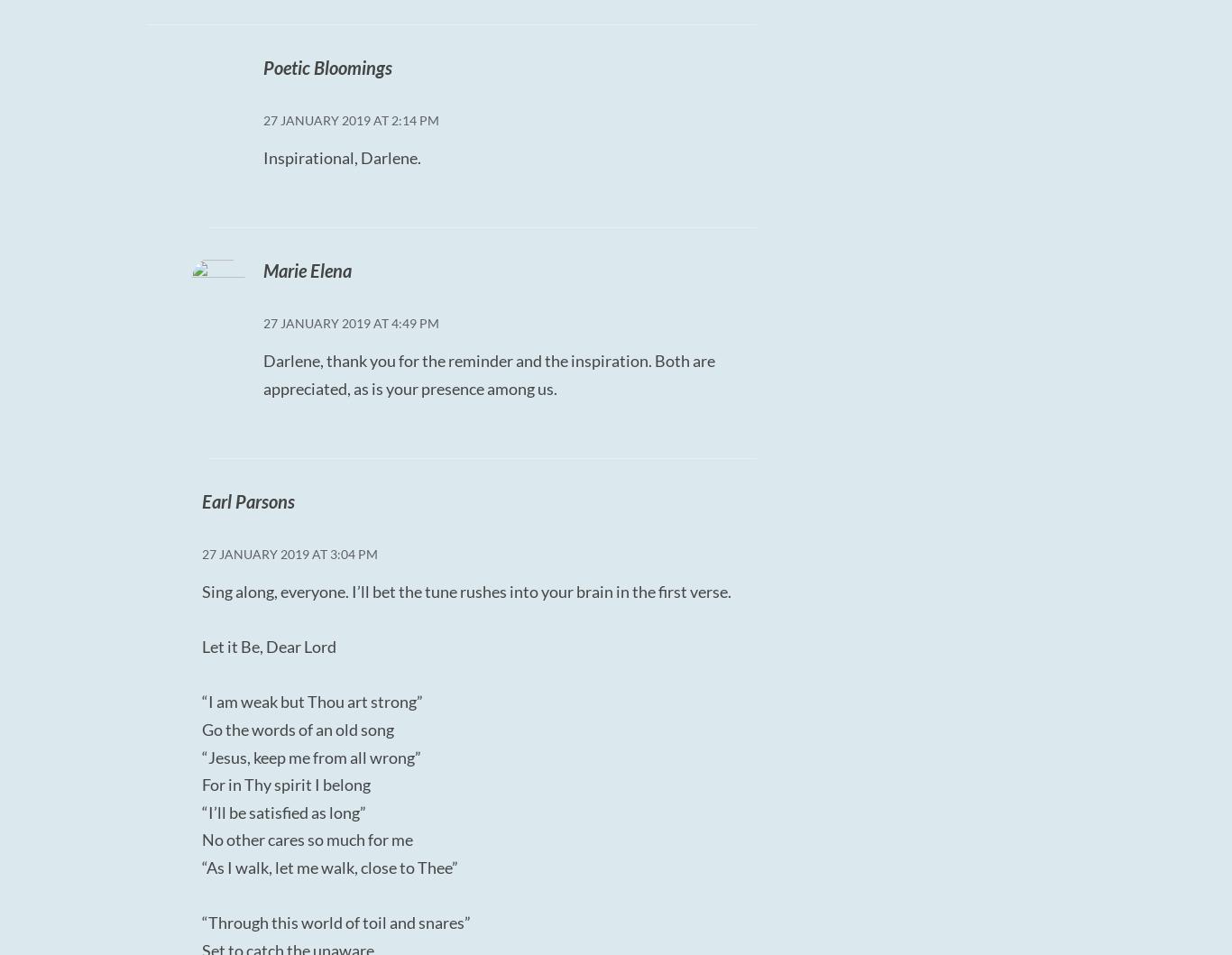 The image size is (1232, 955). What do you see at coordinates (340, 157) in the screenshot?
I see `'Inspirational, Darlene.'` at bounding box center [340, 157].